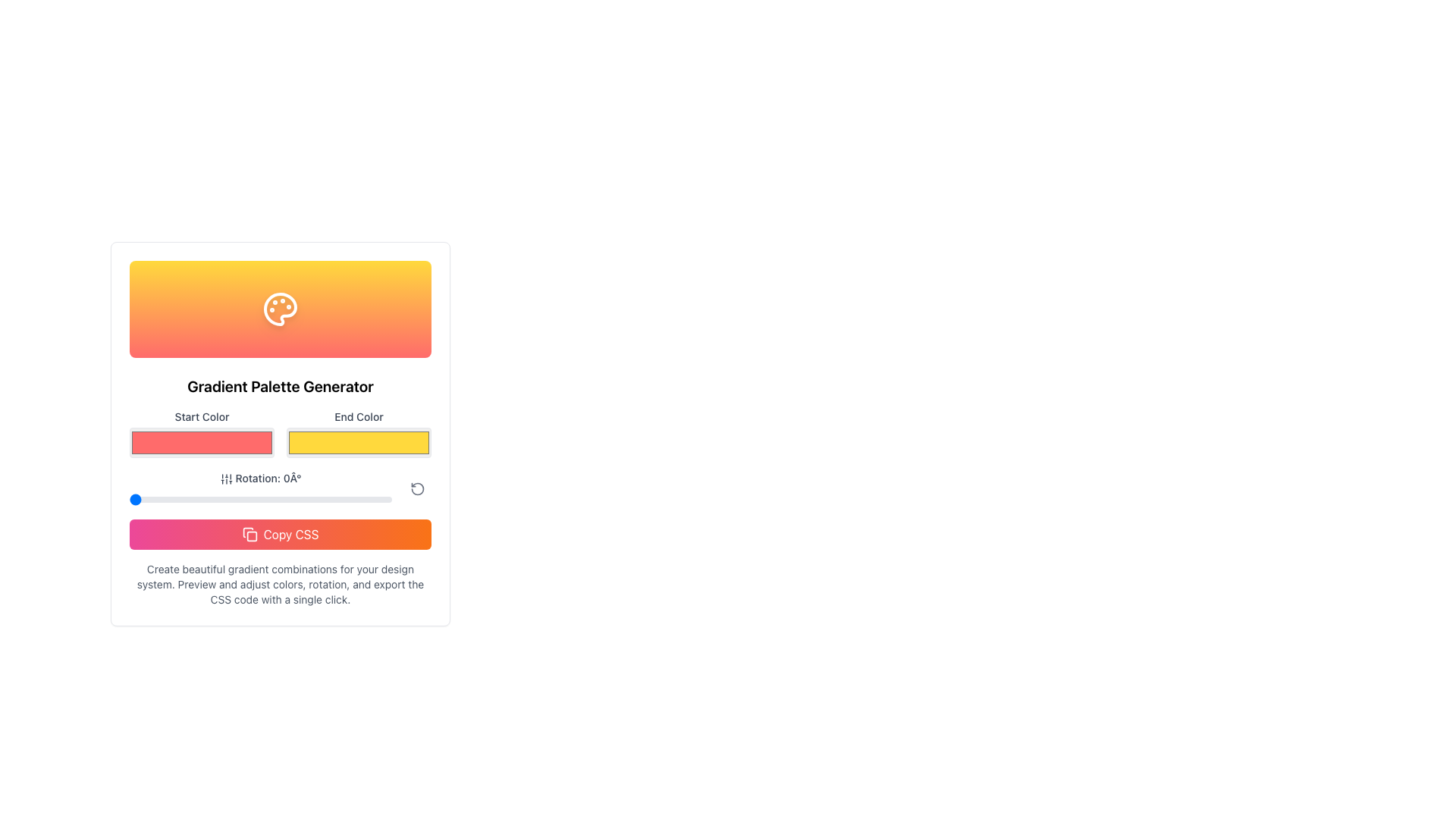 This screenshot has width=1456, height=819. What do you see at coordinates (257, 500) in the screenshot?
I see `the rotation` at bounding box center [257, 500].